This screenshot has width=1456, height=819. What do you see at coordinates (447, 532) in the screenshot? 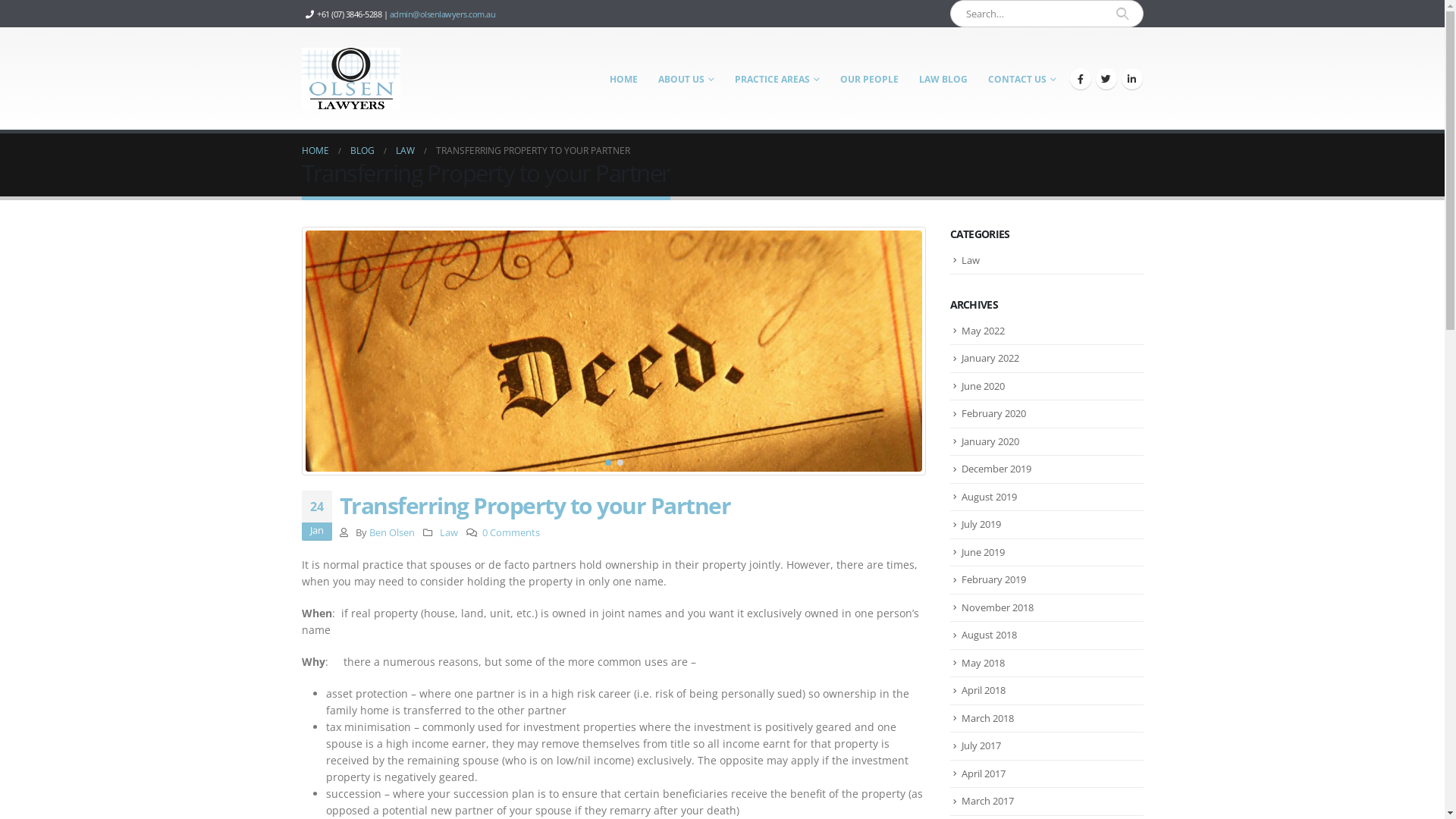
I see `'Law'` at bounding box center [447, 532].